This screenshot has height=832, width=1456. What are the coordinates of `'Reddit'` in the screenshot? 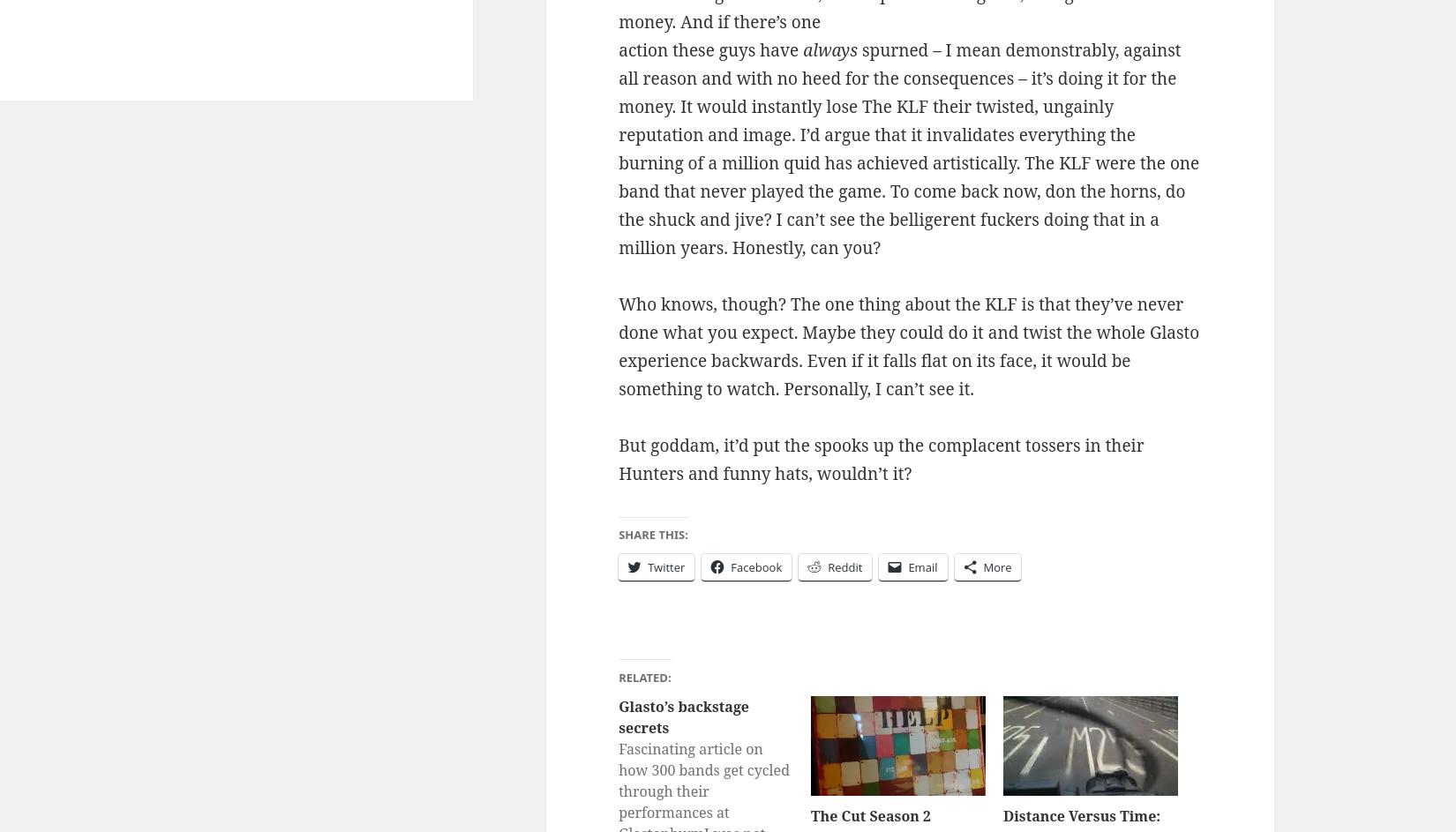 It's located at (828, 566).